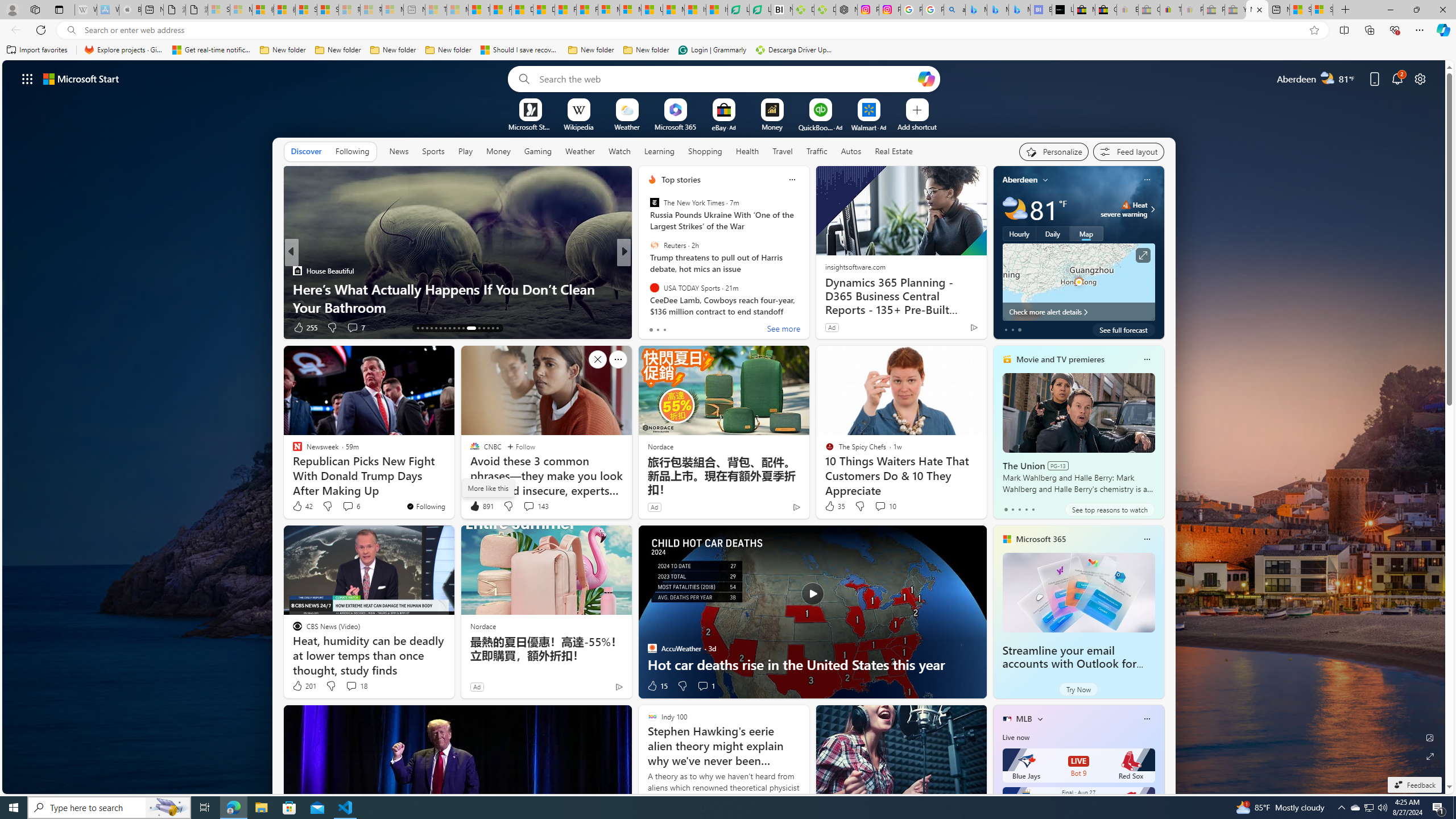 The width and height of the screenshot is (1456, 819). Describe the element at coordinates (1124, 209) in the screenshot. I see `'Heat - Severe Heat severe warning'` at that location.